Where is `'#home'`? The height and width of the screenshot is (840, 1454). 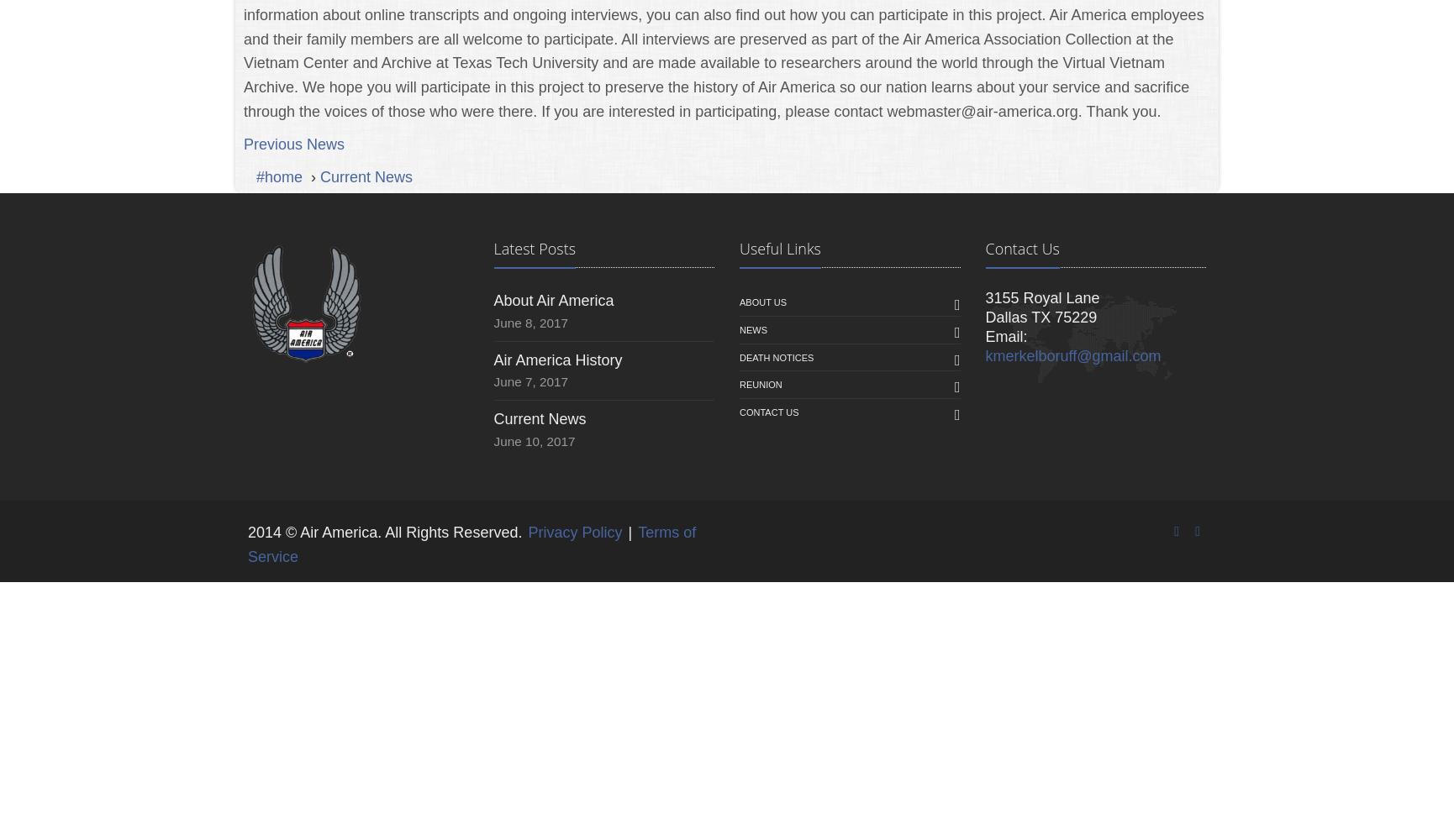
'#home' is located at coordinates (256, 176).